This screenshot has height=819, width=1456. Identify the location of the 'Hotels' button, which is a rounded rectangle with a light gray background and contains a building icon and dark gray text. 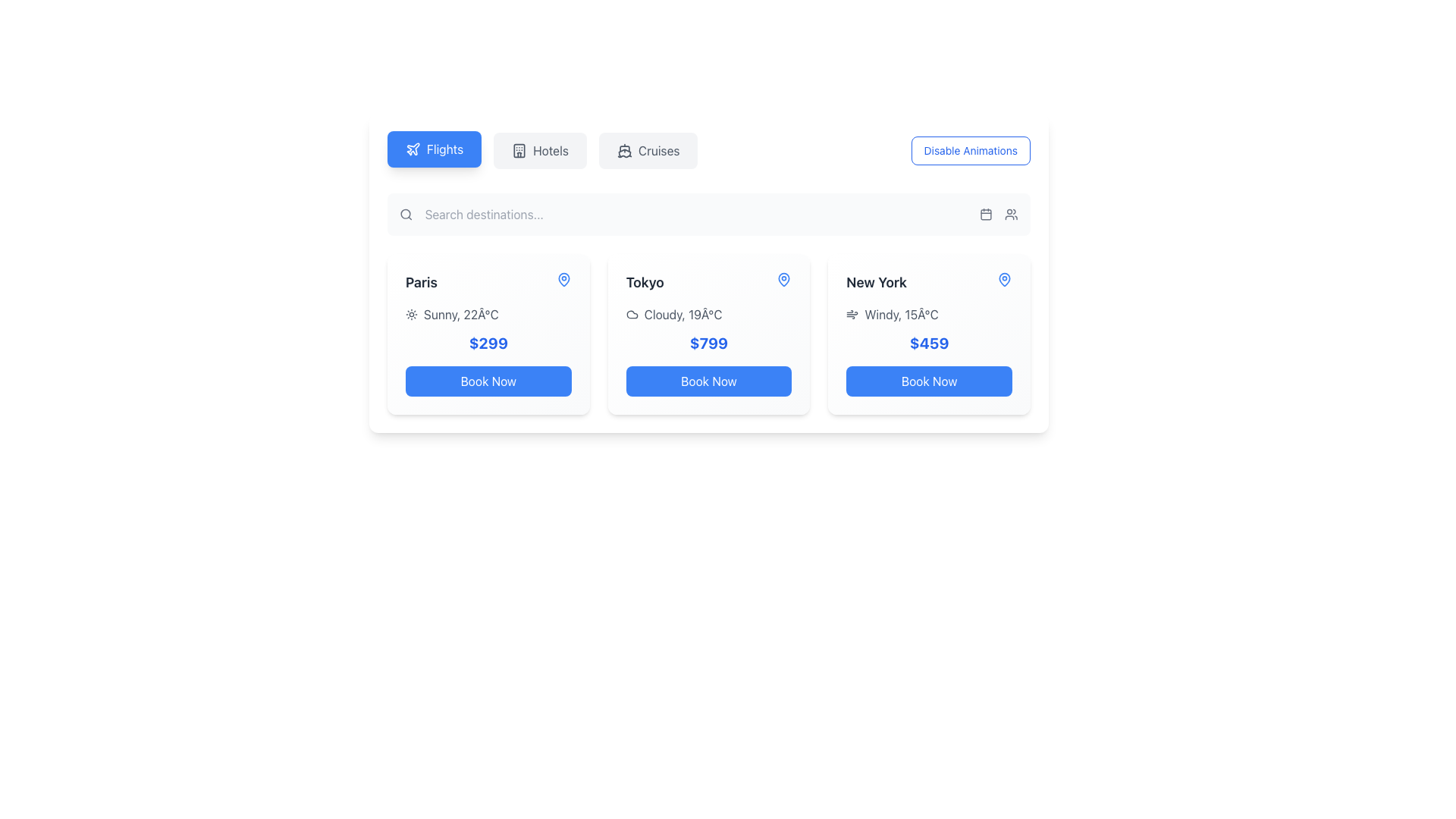
(540, 151).